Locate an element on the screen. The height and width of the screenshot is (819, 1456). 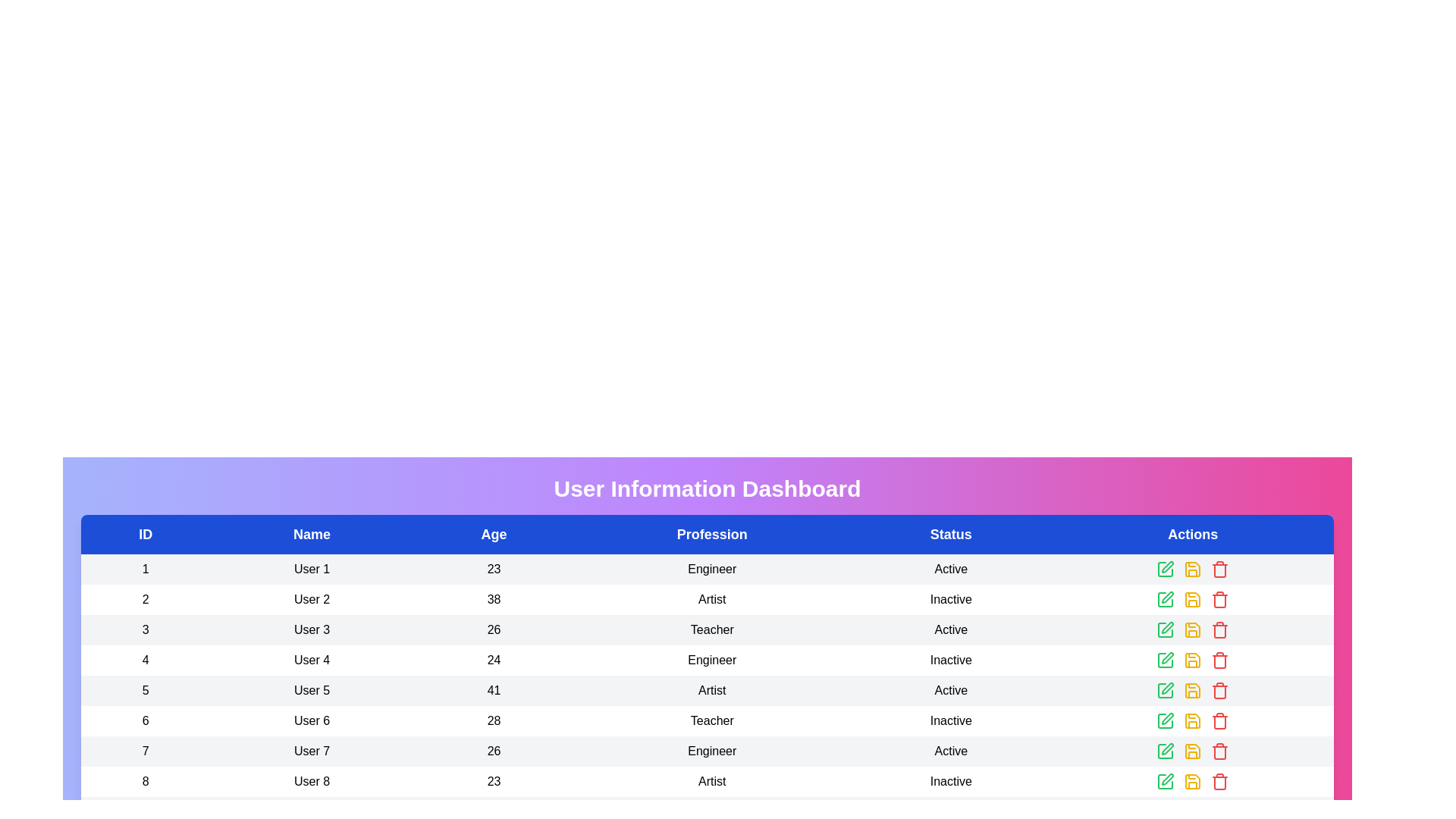
the column header labeled 'Status' to sort the table by that column is located at coordinates (949, 534).